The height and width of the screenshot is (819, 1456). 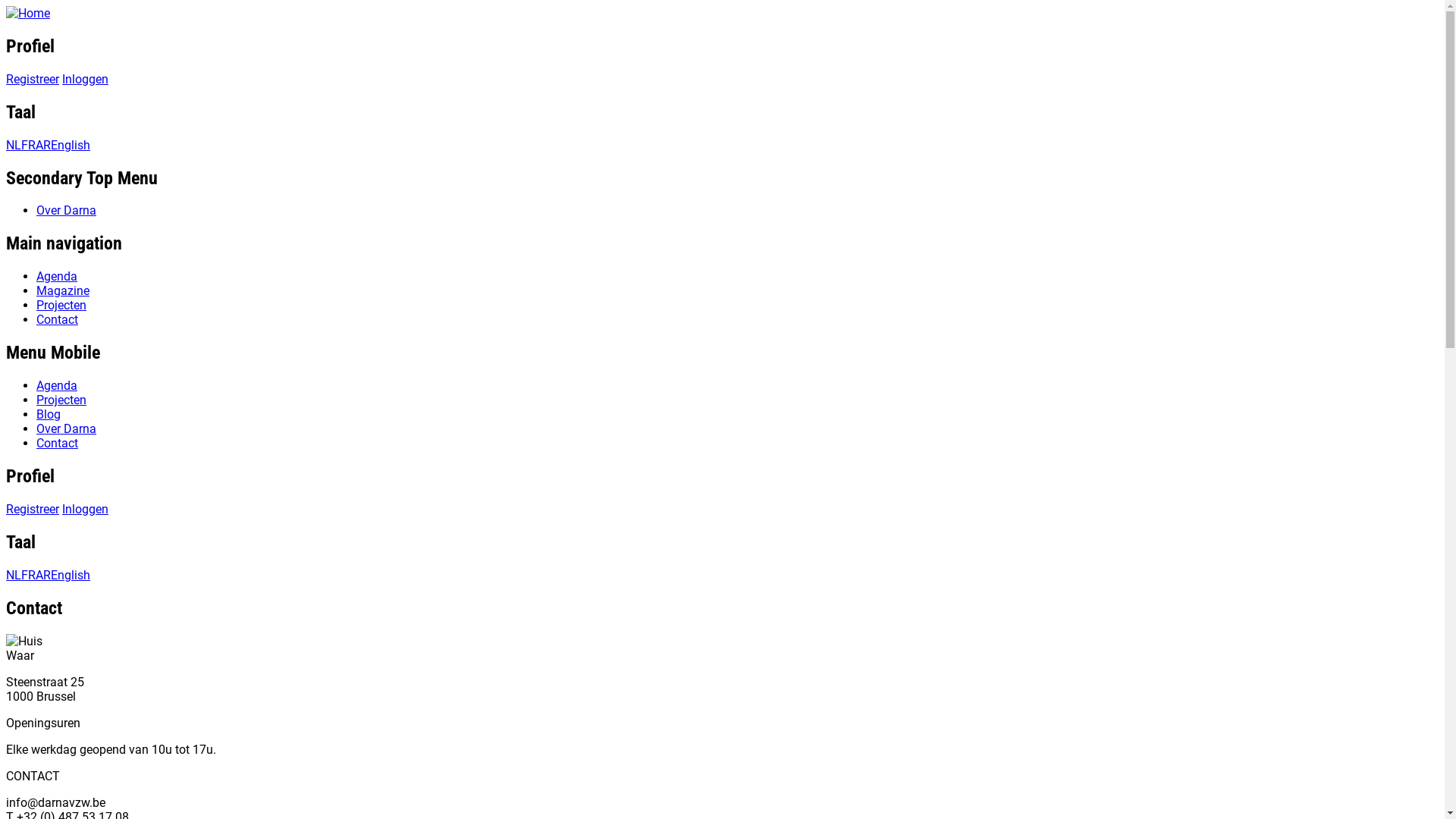 What do you see at coordinates (57, 276) in the screenshot?
I see `'Agenda'` at bounding box center [57, 276].